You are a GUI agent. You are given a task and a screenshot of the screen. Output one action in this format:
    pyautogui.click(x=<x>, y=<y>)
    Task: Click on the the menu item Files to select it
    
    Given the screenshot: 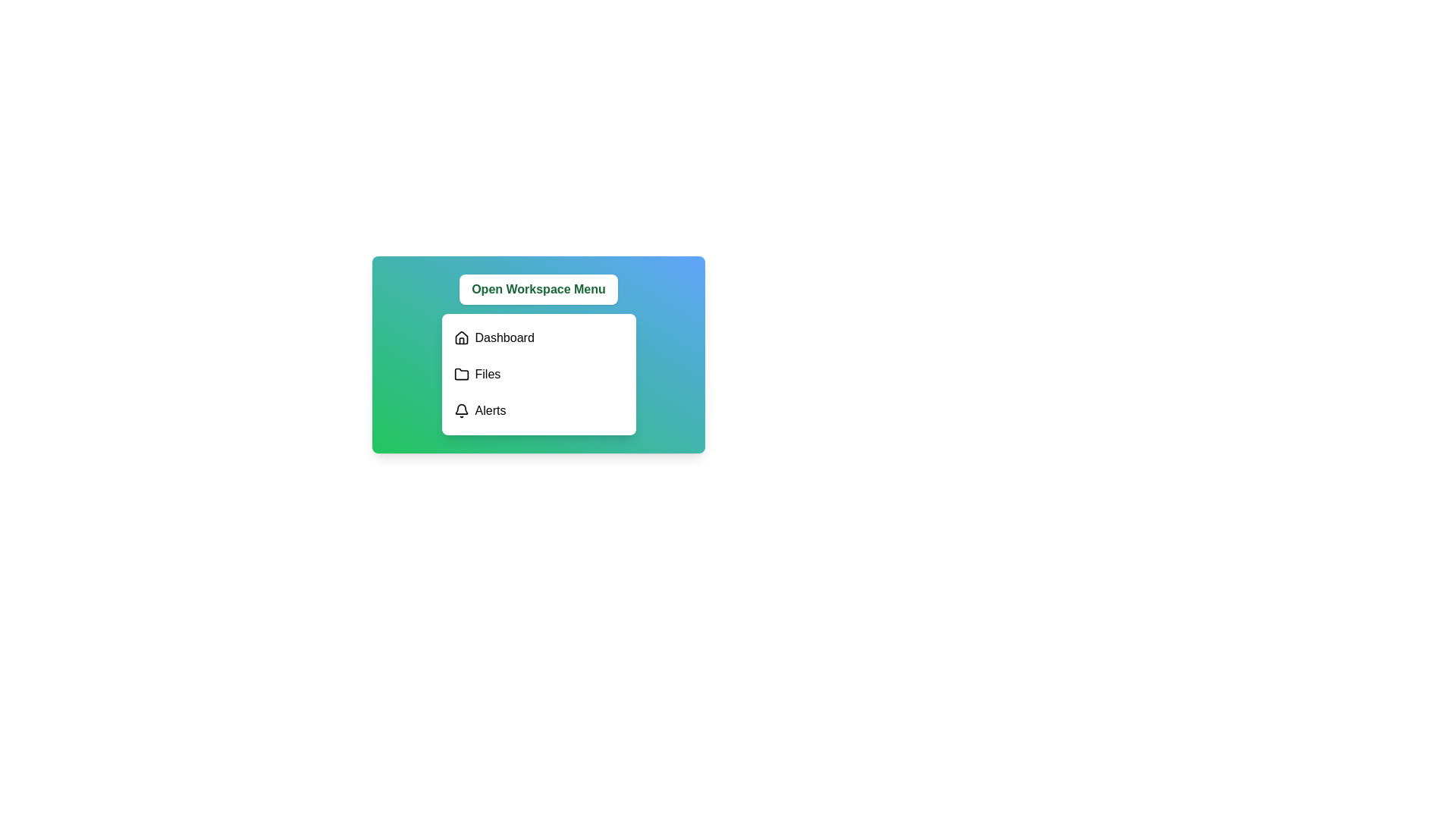 What is the action you would take?
    pyautogui.click(x=538, y=374)
    